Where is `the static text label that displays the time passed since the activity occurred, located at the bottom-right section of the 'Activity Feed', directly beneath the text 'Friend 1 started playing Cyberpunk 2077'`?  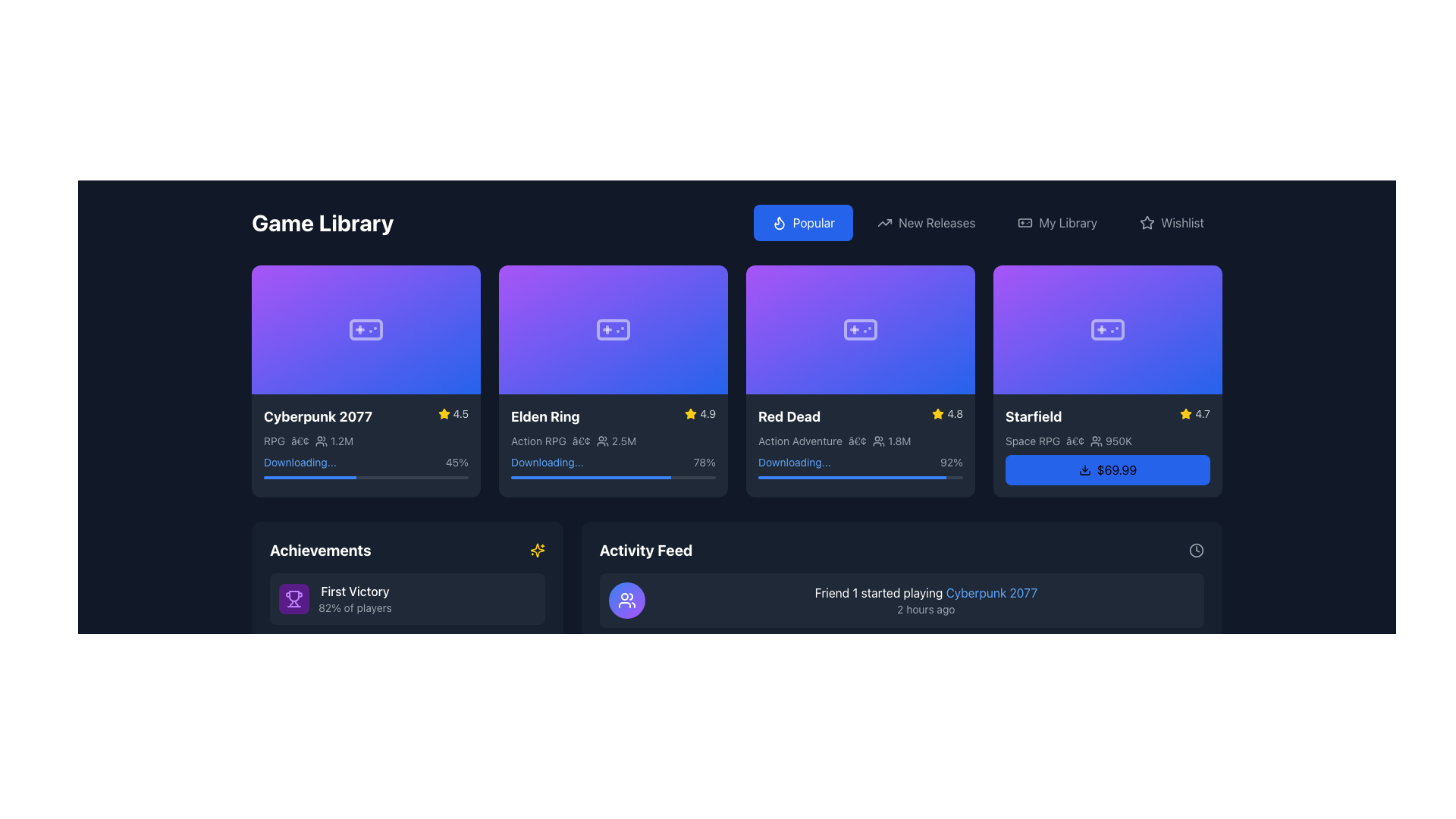 the static text label that displays the time passed since the activity occurred, located at the bottom-right section of the 'Activity Feed', directly beneath the text 'Friend 1 started playing Cyberpunk 2077' is located at coordinates (925, 608).